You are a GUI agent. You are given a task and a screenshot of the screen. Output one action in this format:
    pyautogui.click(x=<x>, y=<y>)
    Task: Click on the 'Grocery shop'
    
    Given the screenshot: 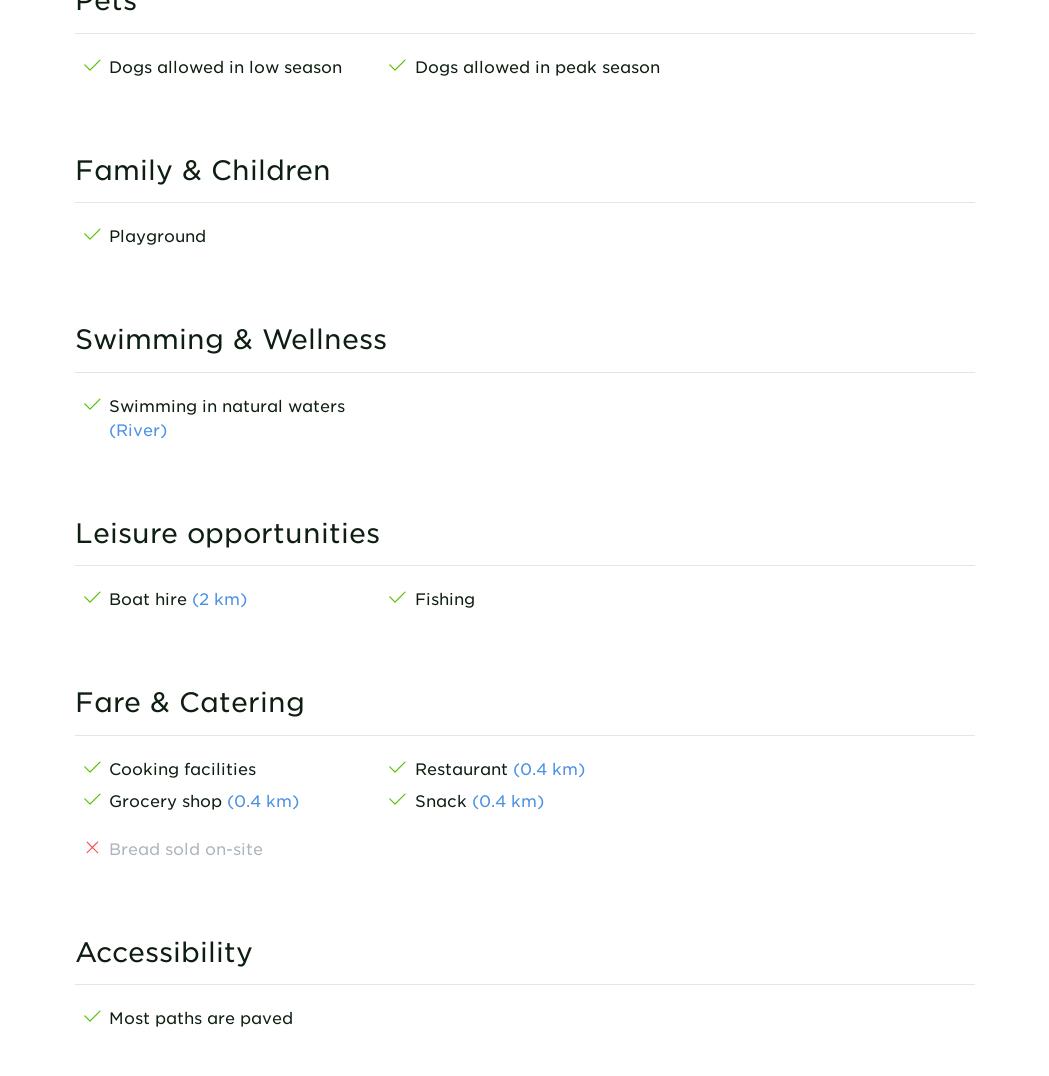 What is the action you would take?
    pyautogui.click(x=164, y=799)
    